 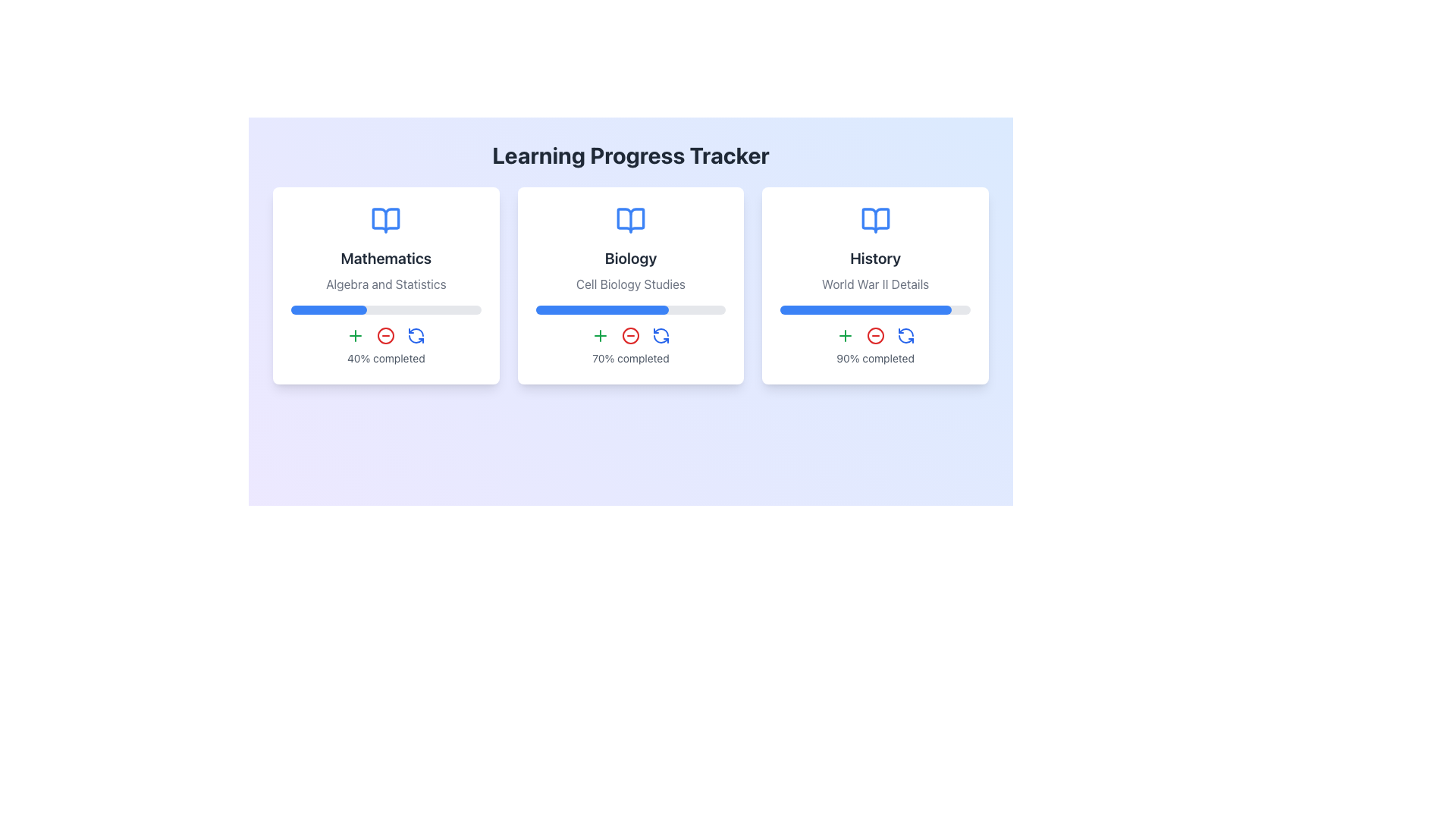 What do you see at coordinates (875, 309) in the screenshot?
I see `the progress bar indicating 90% completion, which is located in the rightmost card titled 'History' below the header 'World War II Details'` at bounding box center [875, 309].